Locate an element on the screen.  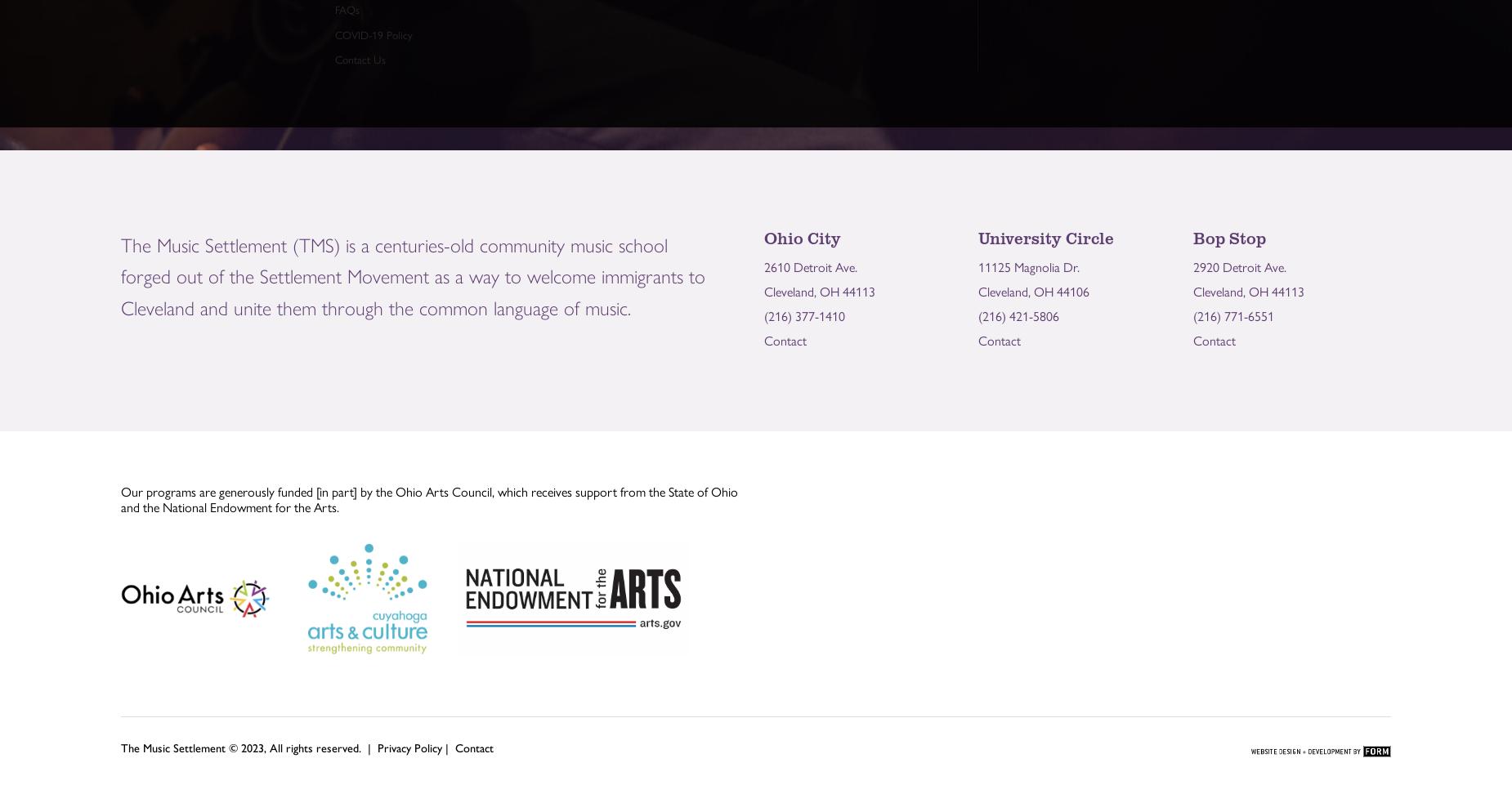
'The Music Settlement (TMS) is a centuries-old community music school forged out of the Settlement Movement as a way to welcome immigrants to Cleveland and unite them through the common language of music.' is located at coordinates (120, 274).